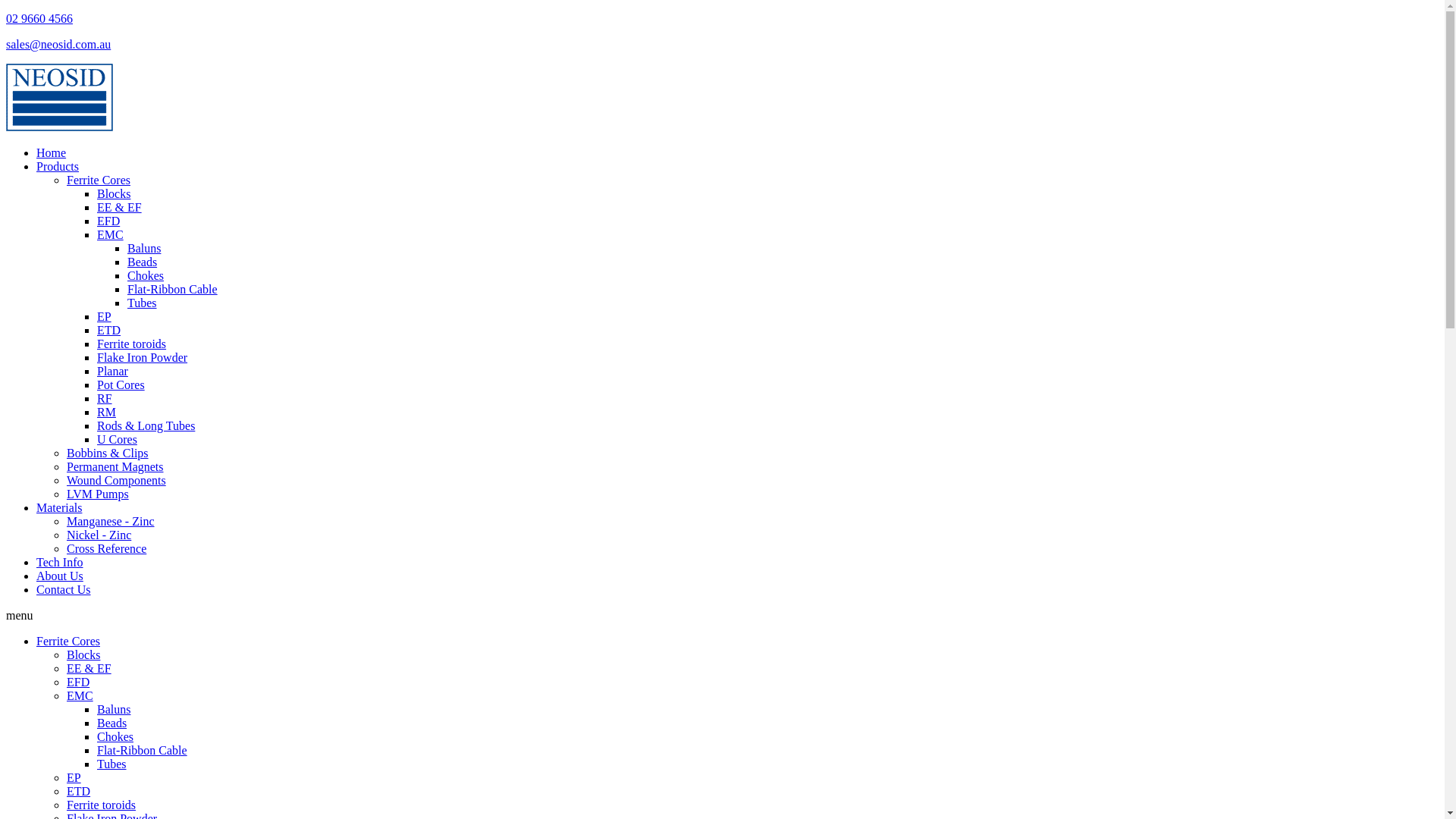 The width and height of the screenshot is (1456, 819). What do you see at coordinates (104, 397) in the screenshot?
I see `'RF'` at bounding box center [104, 397].